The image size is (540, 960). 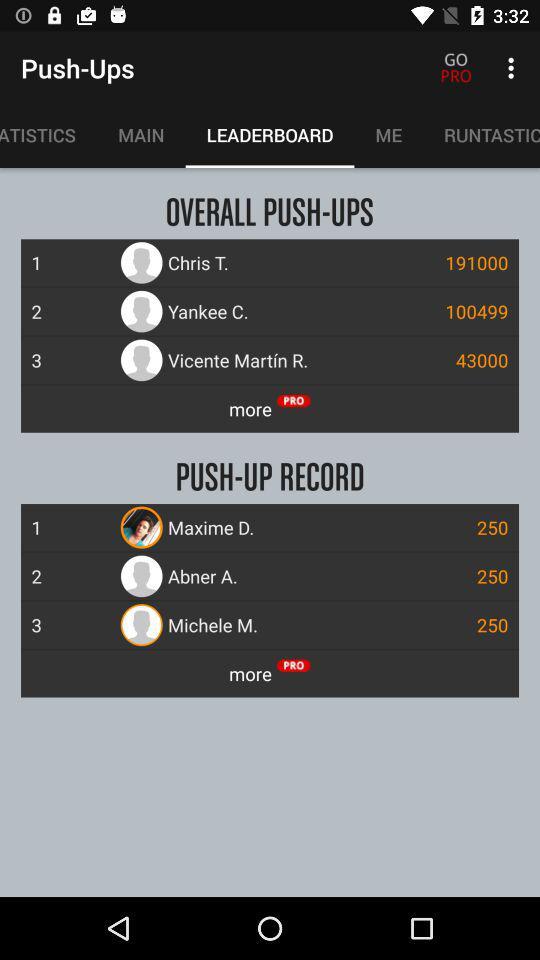 I want to click on the statistics item, so click(x=48, y=134).